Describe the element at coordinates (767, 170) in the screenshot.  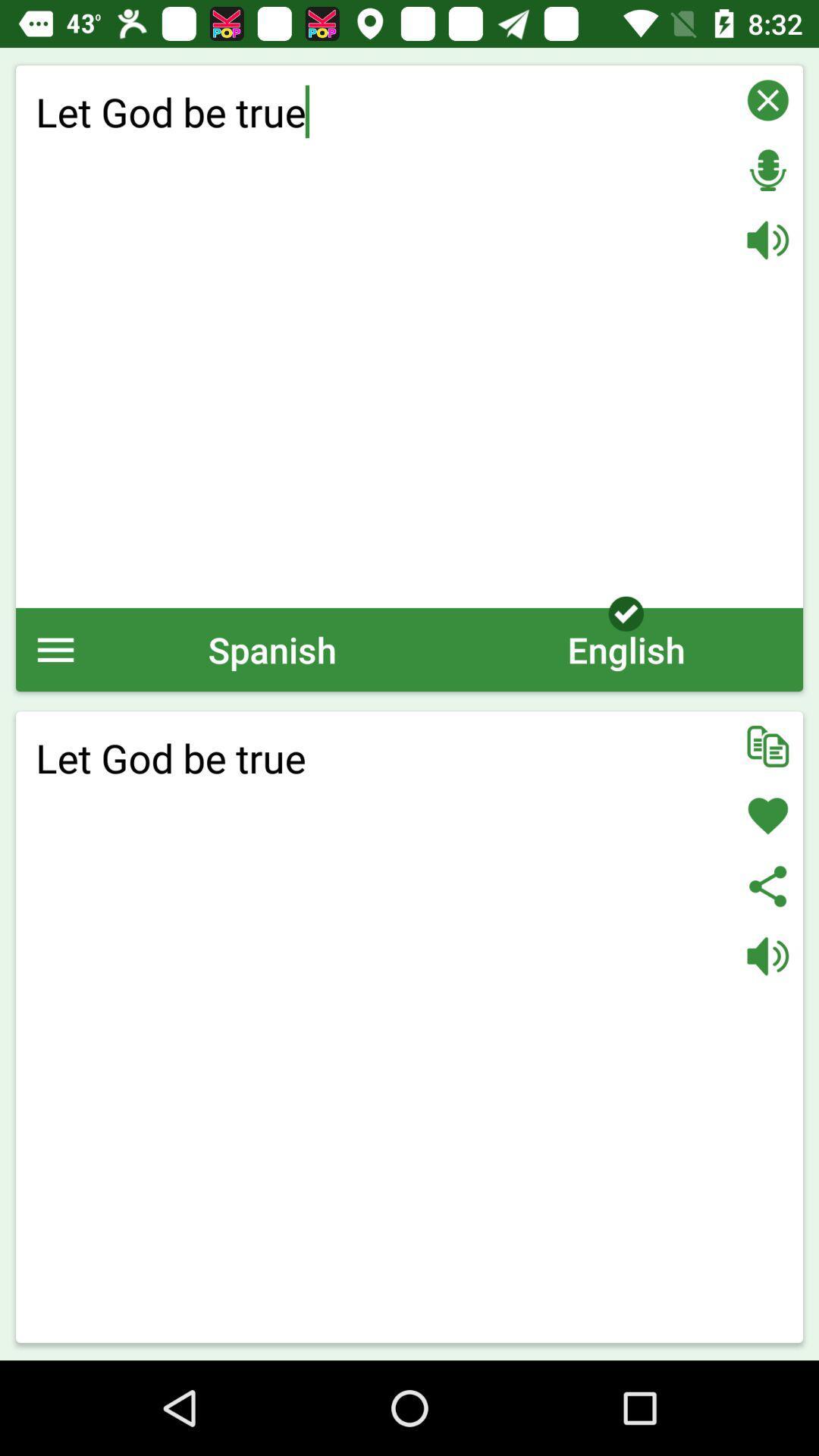
I see `start dictation` at that location.